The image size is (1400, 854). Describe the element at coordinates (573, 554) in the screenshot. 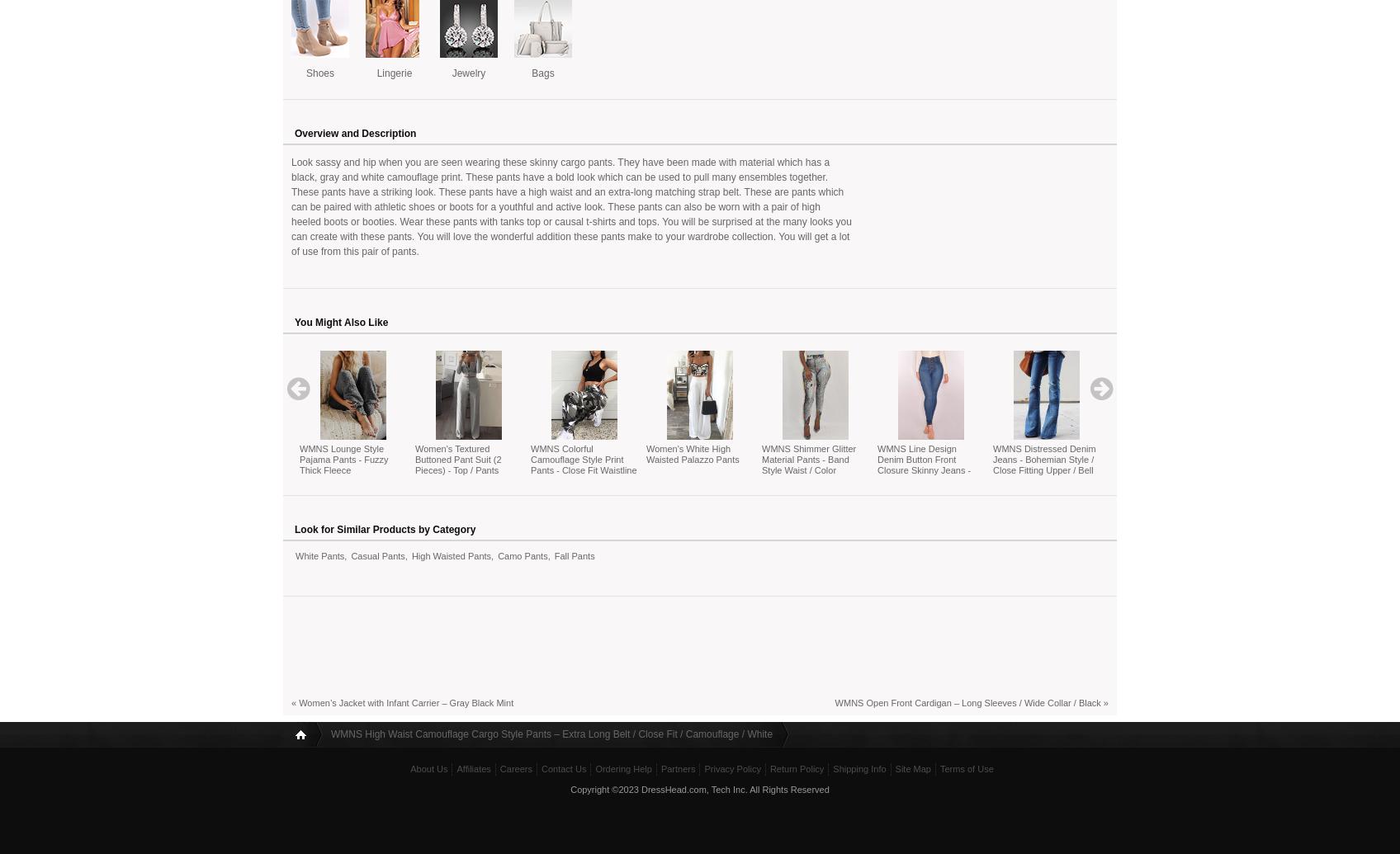

I see `'Fall Pants'` at that location.